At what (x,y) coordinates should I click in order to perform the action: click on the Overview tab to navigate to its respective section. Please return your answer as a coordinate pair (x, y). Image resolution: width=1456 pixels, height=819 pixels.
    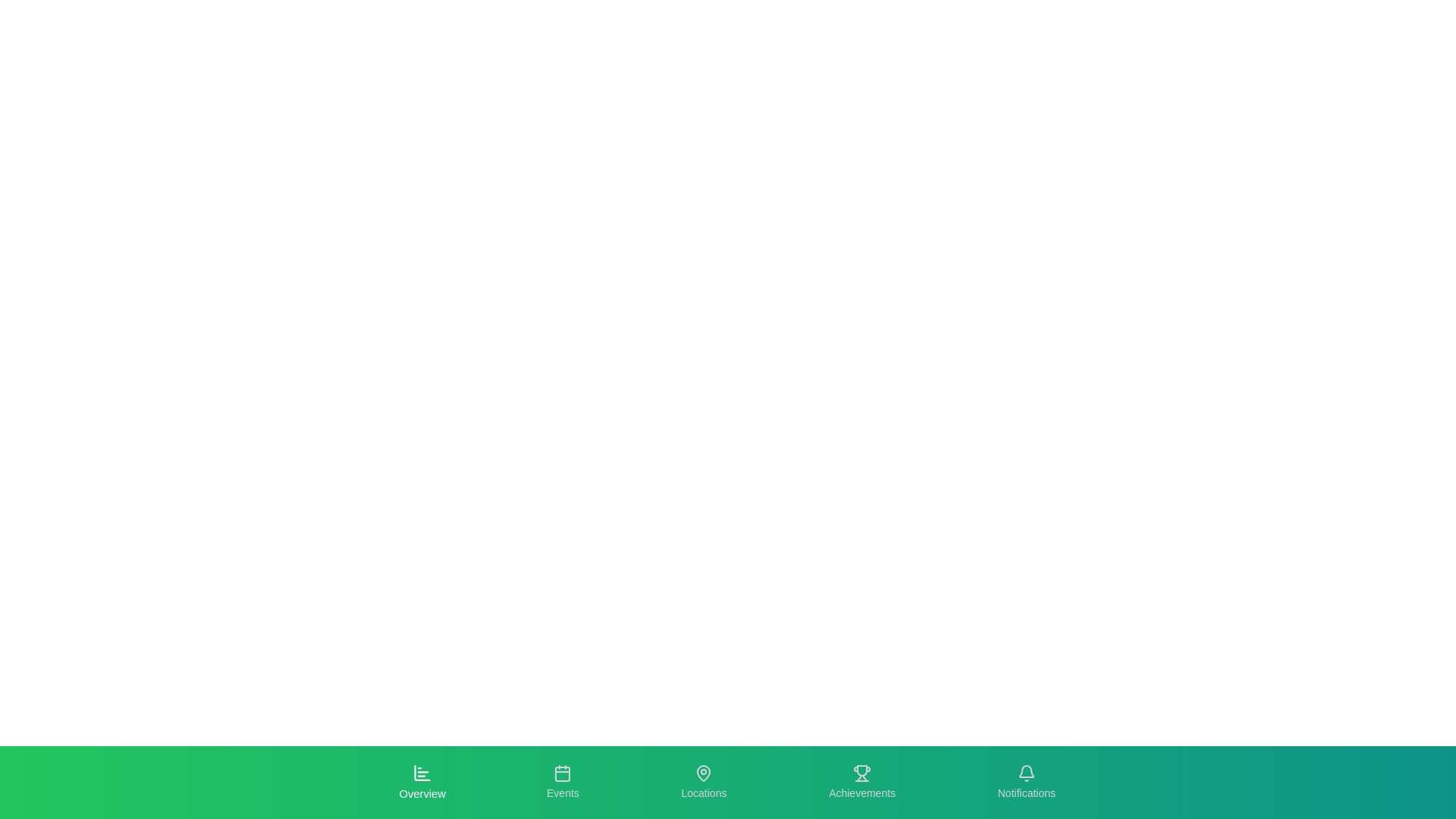
    Looking at the image, I should click on (422, 783).